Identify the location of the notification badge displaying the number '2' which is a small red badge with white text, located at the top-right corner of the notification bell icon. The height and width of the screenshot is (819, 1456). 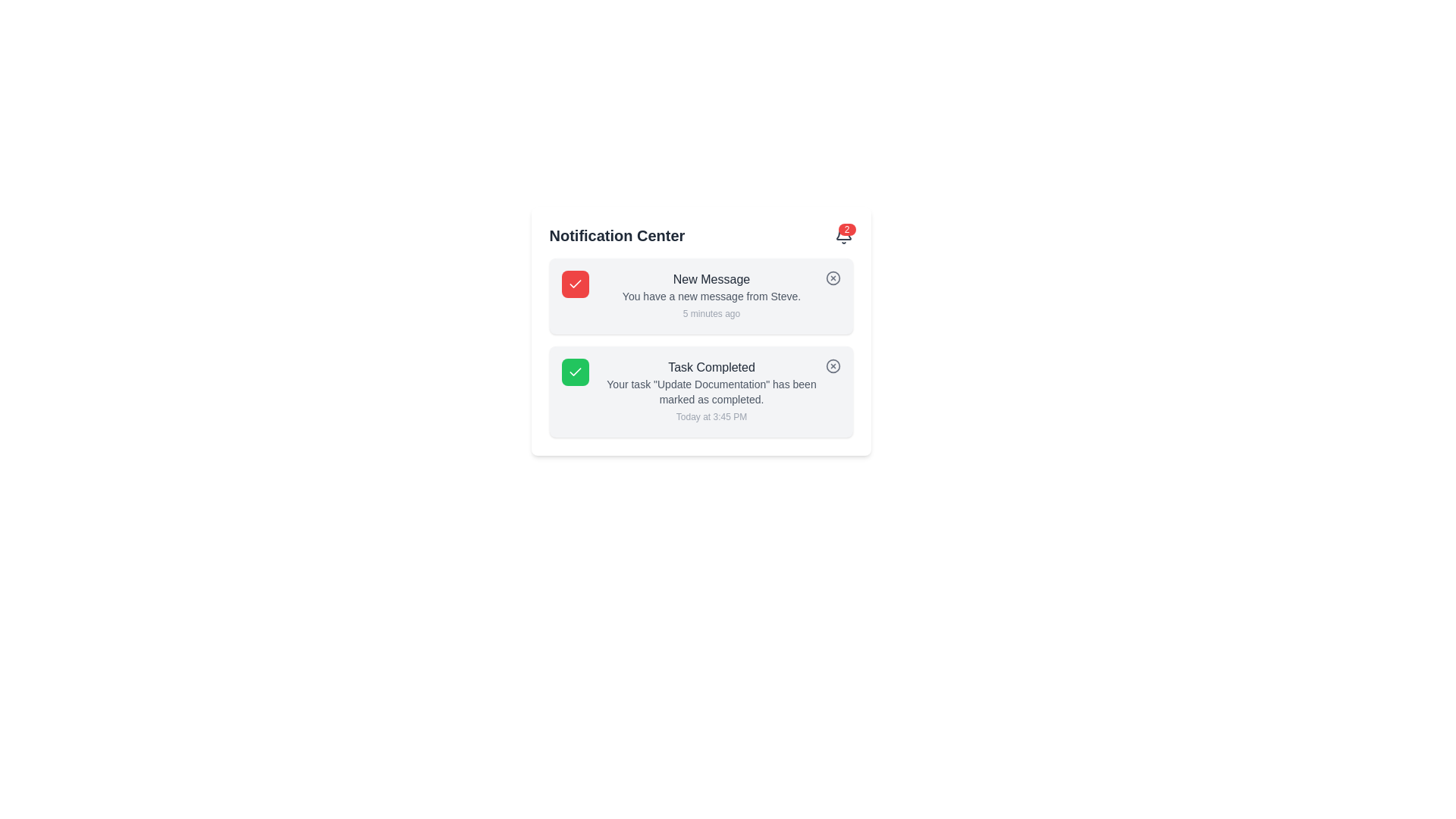
(846, 230).